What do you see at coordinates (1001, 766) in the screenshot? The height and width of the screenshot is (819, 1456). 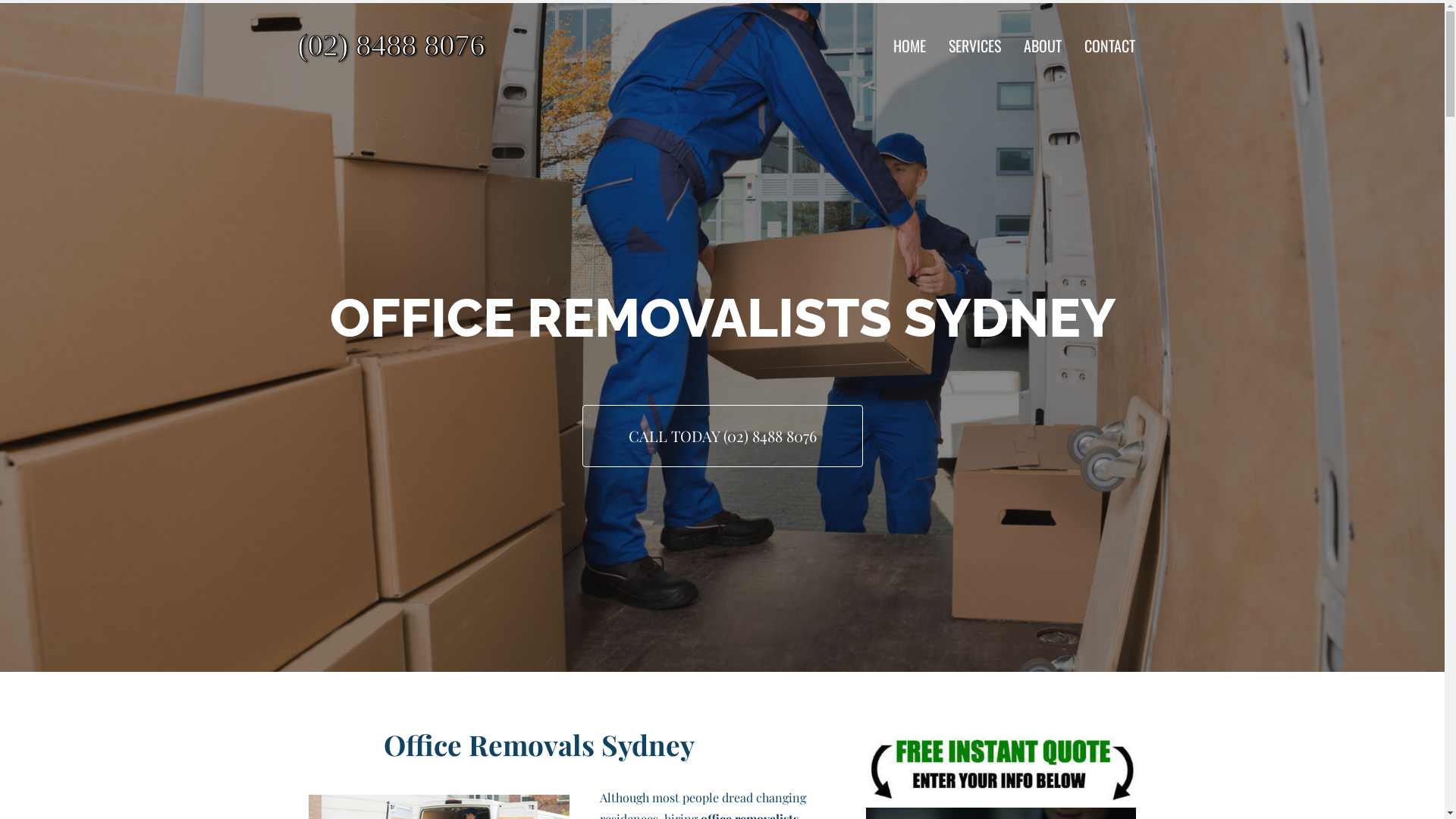 I see `'free quo'` at bounding box center [1001, 766].